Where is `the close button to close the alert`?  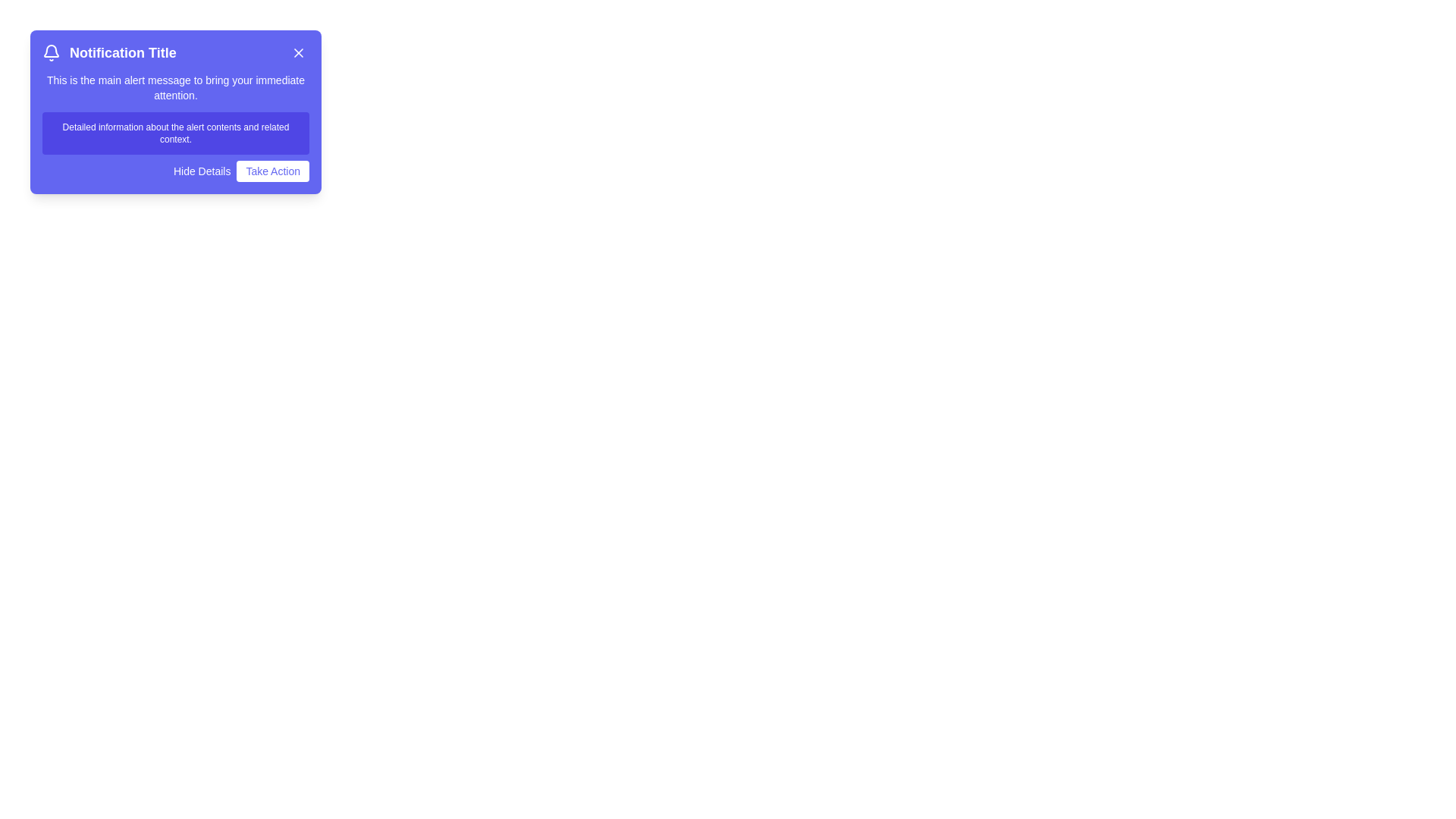 the close button to close the alert is located at coordinates (298, 52).